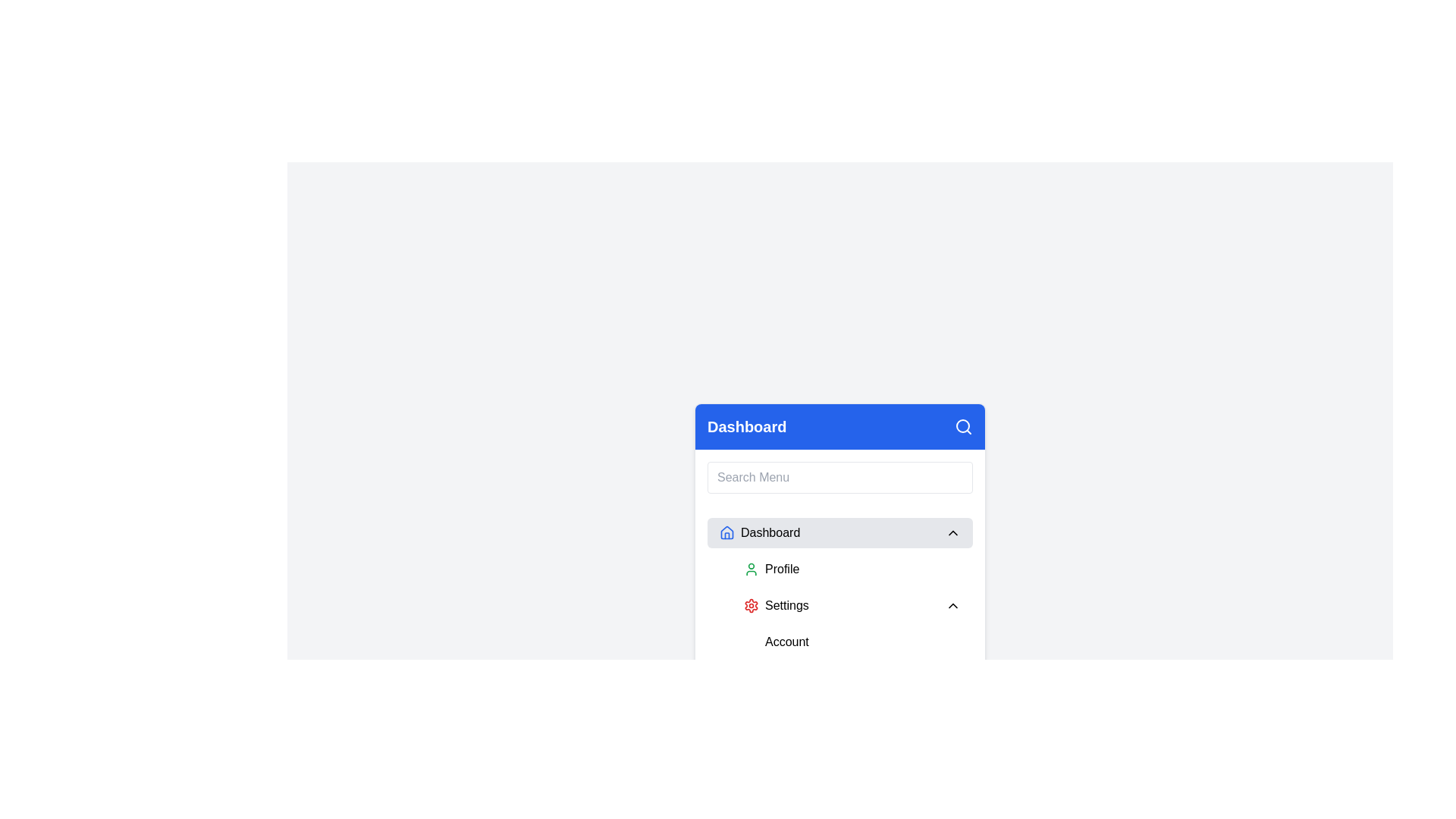  Describe the element at coordinates (852, 657) in the screenshot. I see `the 'Account' menu item, which is the first sub-option under the 'Settings' grouping, to view its context menu` at that location.